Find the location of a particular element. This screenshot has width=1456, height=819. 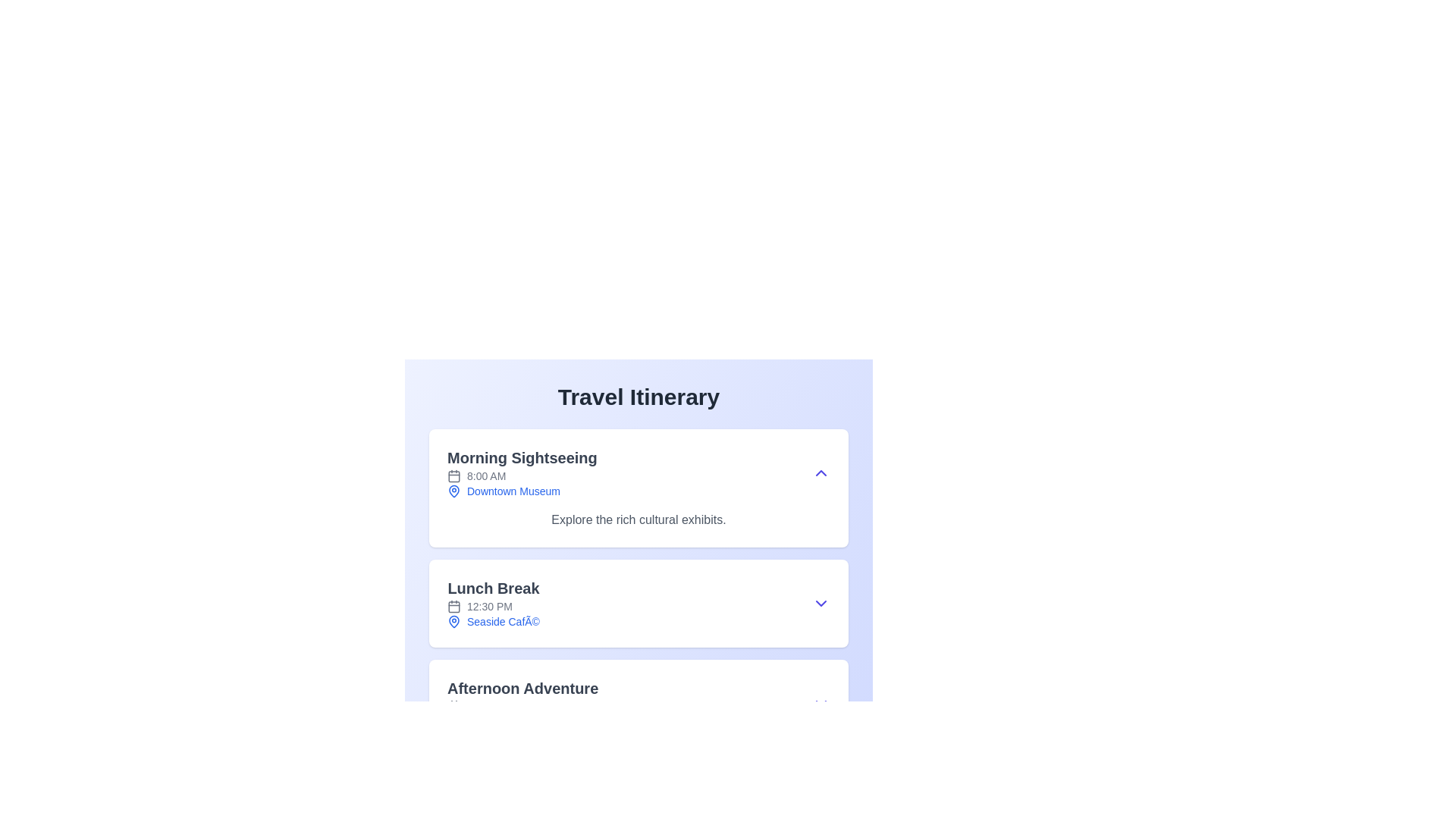

the 'Lunch Break' static text label, which is prominently displayed in bold, extra-large dark gray font at the top of the Lunch Break section is located at coordinates (493, 587).